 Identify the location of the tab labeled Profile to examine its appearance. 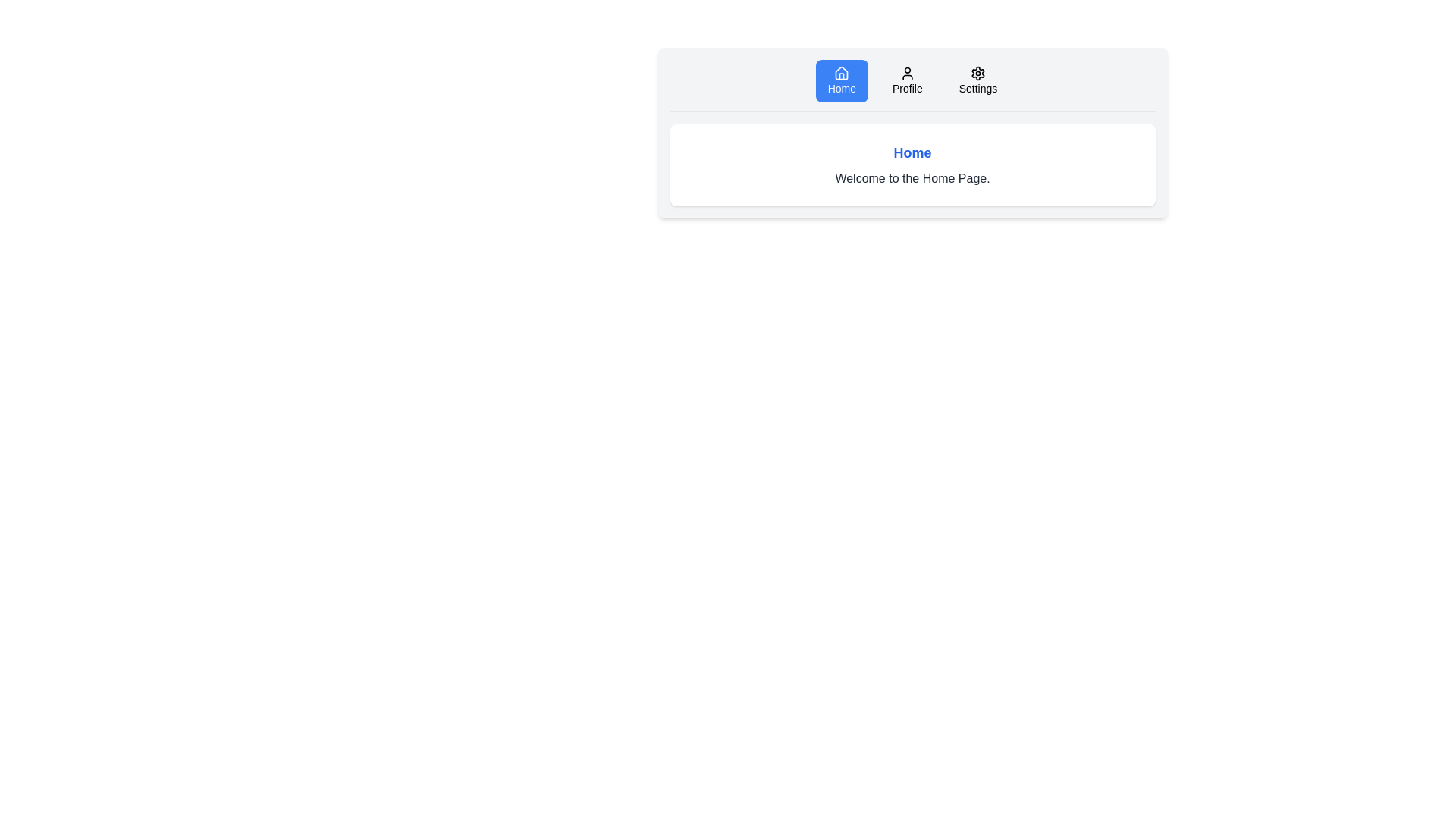
(907, 81).